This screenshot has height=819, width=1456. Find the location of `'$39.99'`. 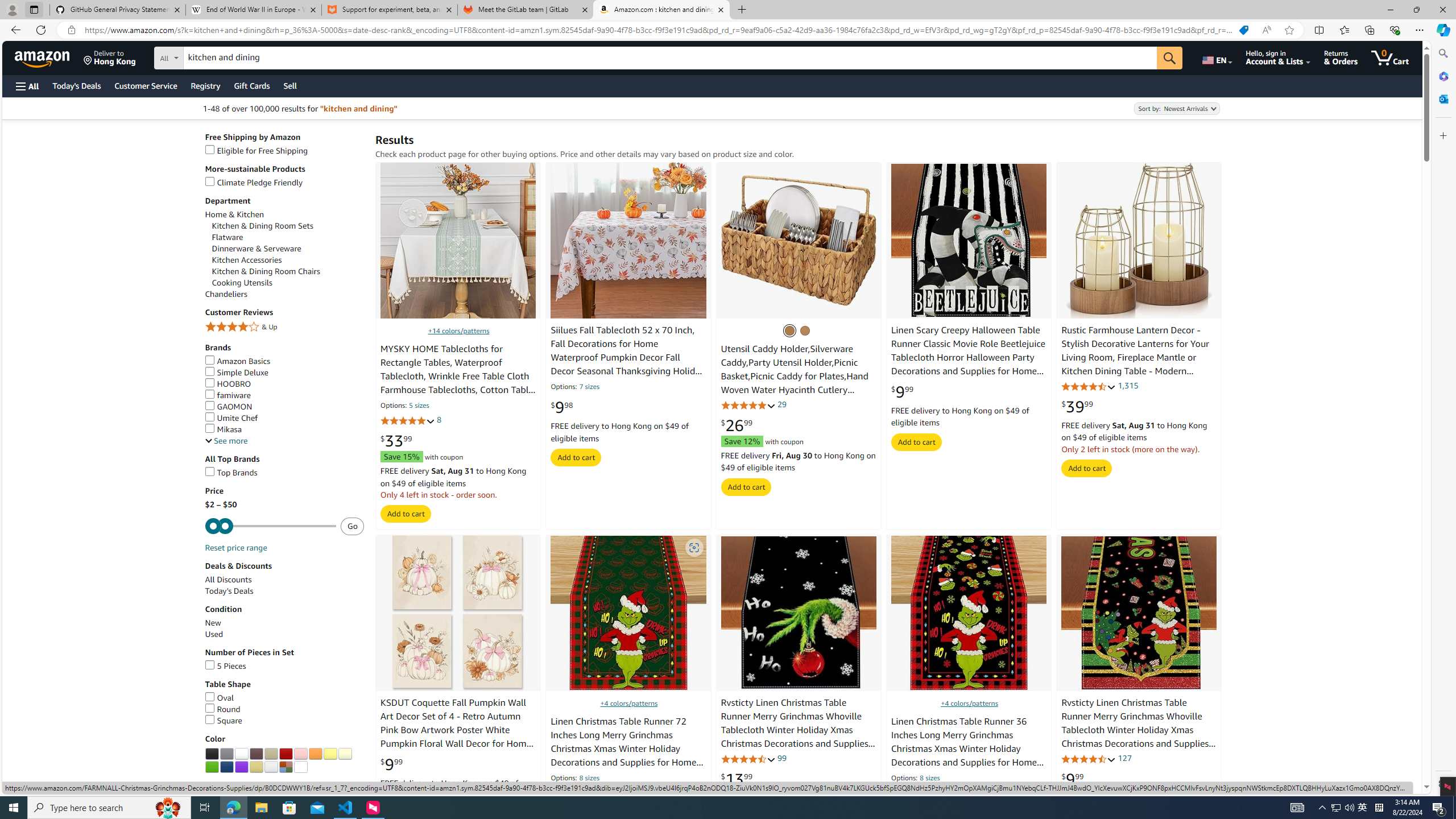

'$39.99' is located at coordinates (1077, 406).